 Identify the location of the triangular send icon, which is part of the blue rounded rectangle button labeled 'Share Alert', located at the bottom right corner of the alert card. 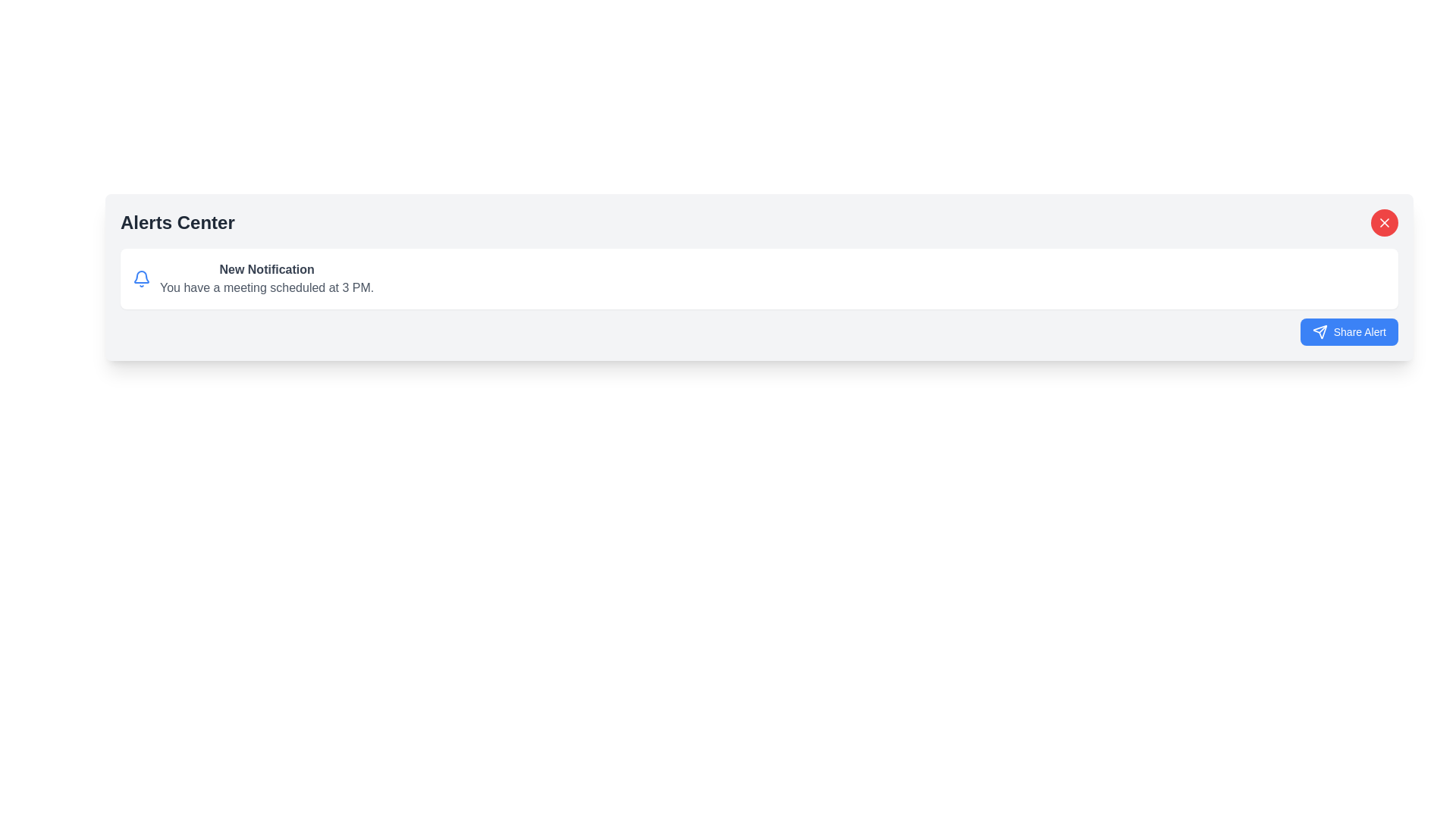
(1319, 331).